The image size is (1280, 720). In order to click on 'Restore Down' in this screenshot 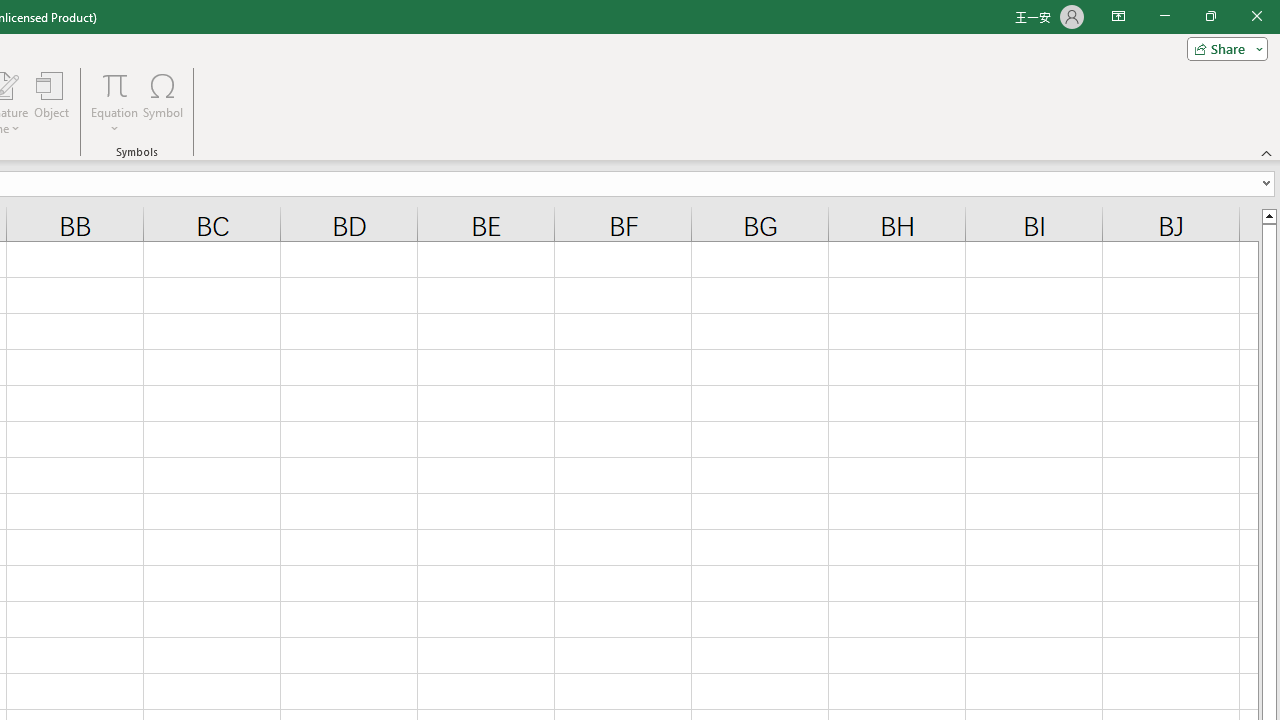, I will do `click(1209, 16)`.